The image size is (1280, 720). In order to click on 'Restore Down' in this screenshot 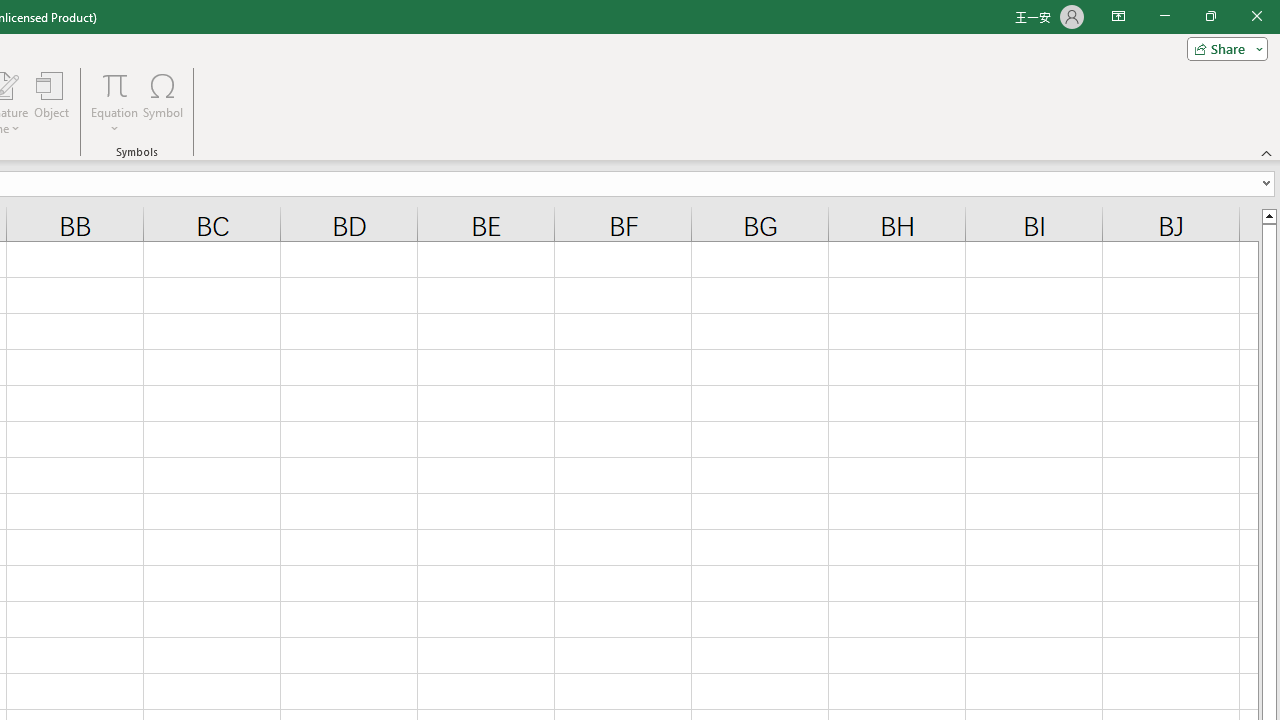, I will do `click(1209, 16)`.